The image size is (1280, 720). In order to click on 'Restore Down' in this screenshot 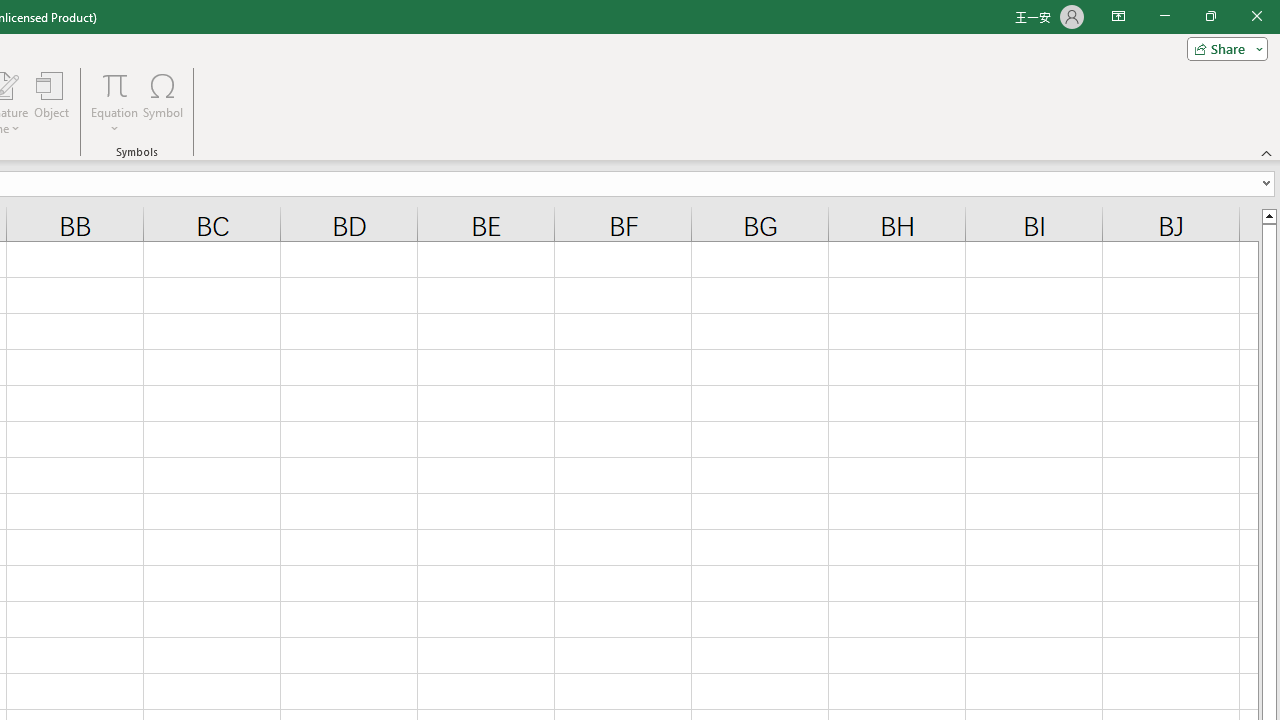, I will do `click(1209, 16)`.